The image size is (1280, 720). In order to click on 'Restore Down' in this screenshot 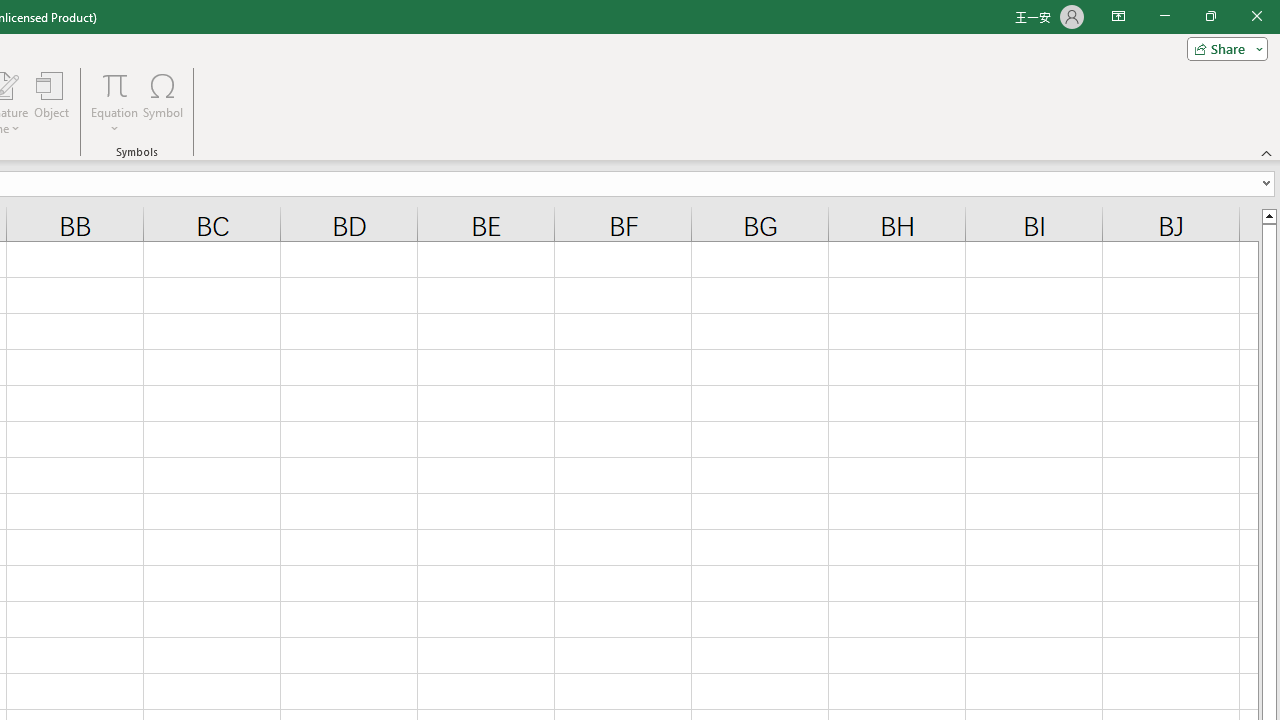, I will do `click(1209, 16)`.